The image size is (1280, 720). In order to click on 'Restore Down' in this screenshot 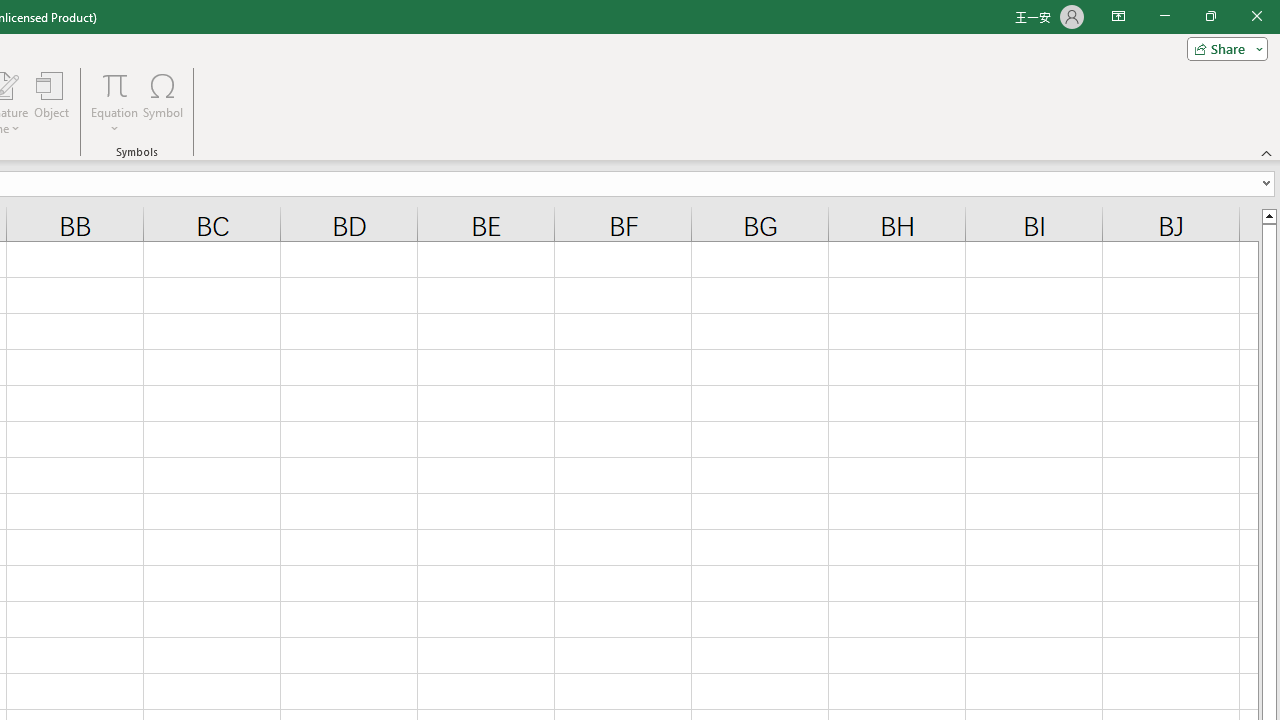, I will do `click(1209, 16)`.